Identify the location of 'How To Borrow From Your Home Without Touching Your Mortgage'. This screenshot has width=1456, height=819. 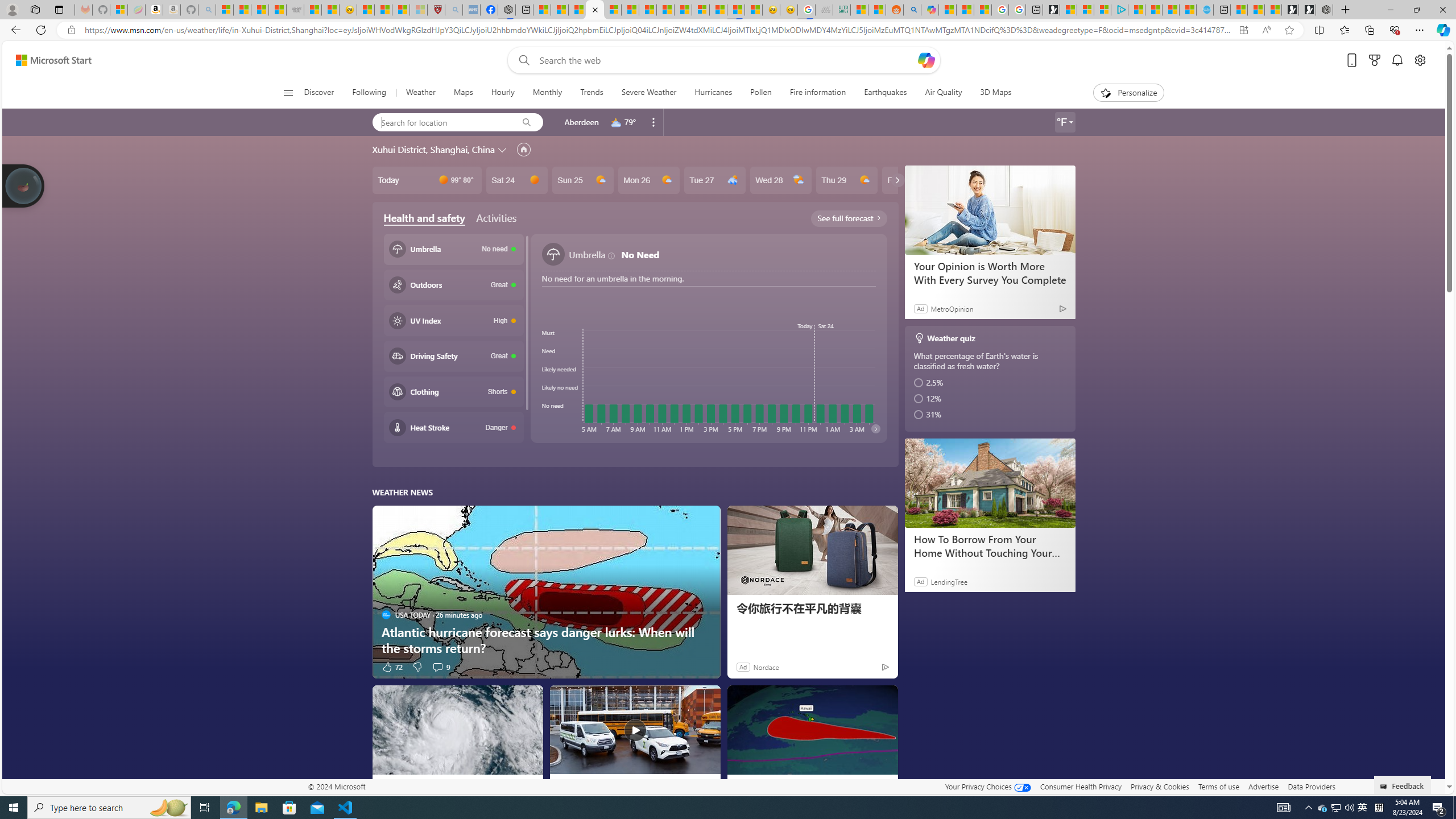
(990, 482).